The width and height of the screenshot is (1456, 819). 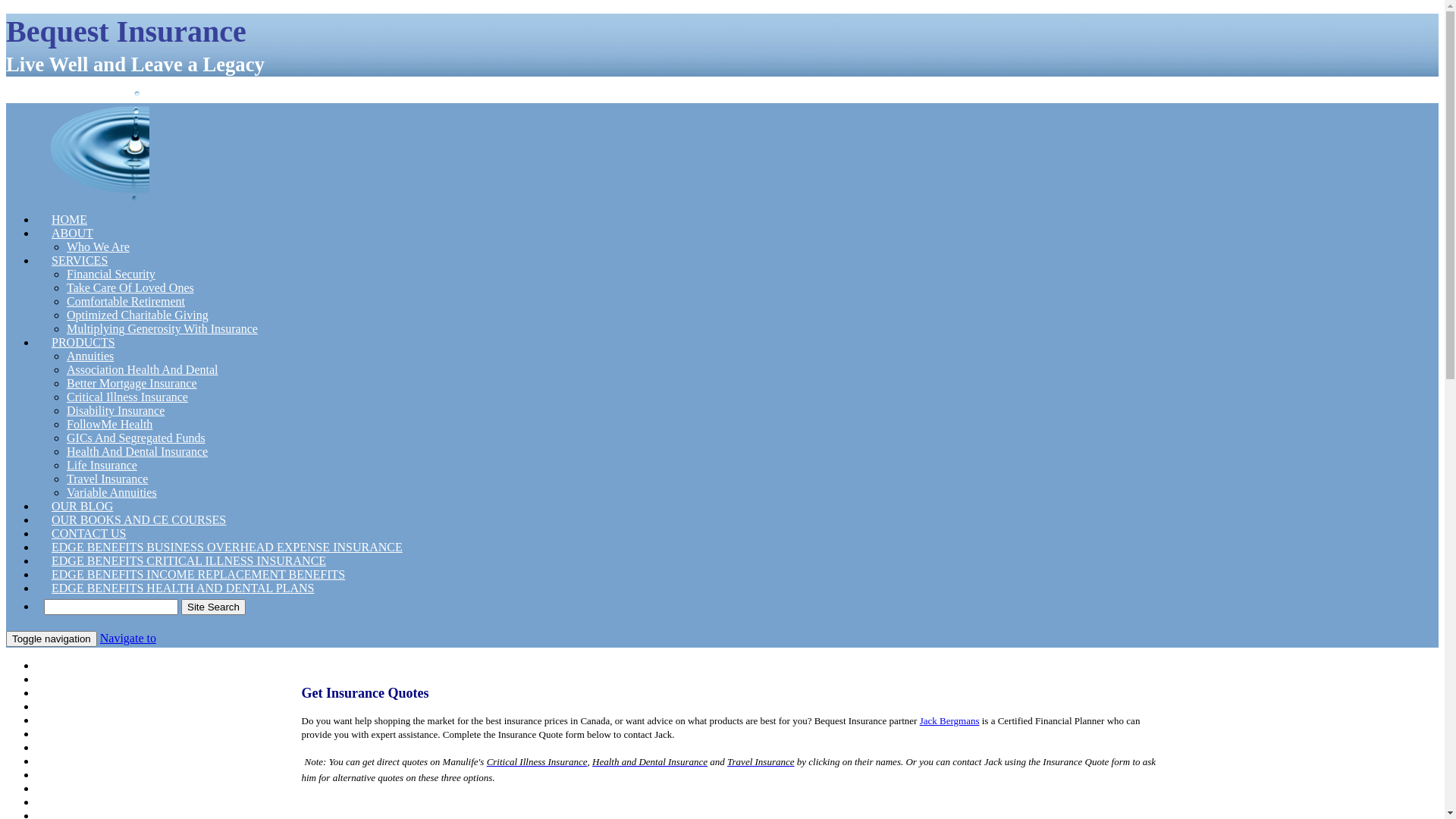 I want to click on 'HOME', so click(x=68, y=219).